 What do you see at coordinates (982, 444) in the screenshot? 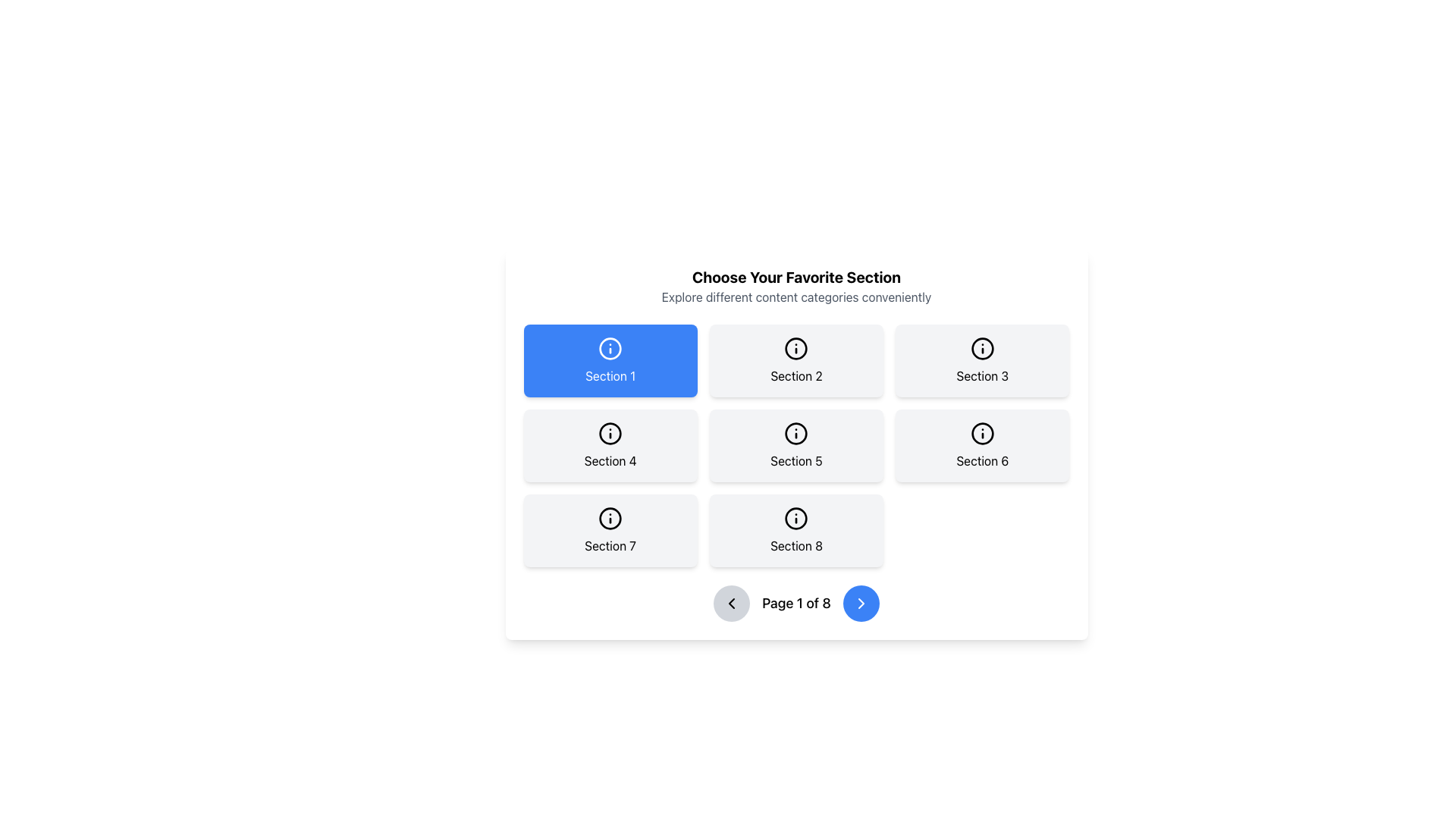
I see `the rectangular card labeled 'Section 6' with a light gray background and an information icon at the top` at bounding box center [982, 444].